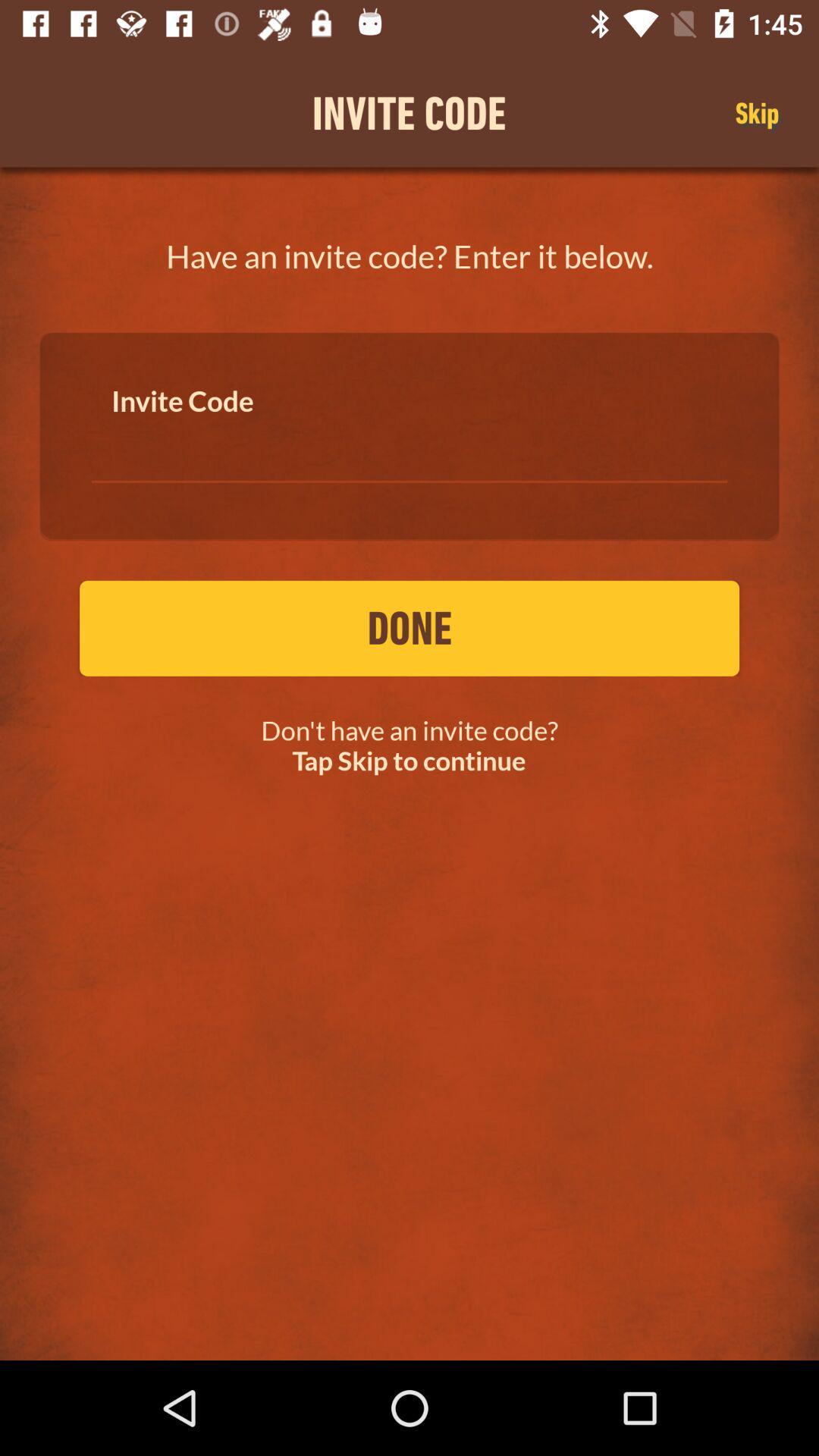 The image size is (819, 1456). What do you see at coordinates (409, 446) in the screenshot?
I see `invitational code box` at bounding box center [409, 446].